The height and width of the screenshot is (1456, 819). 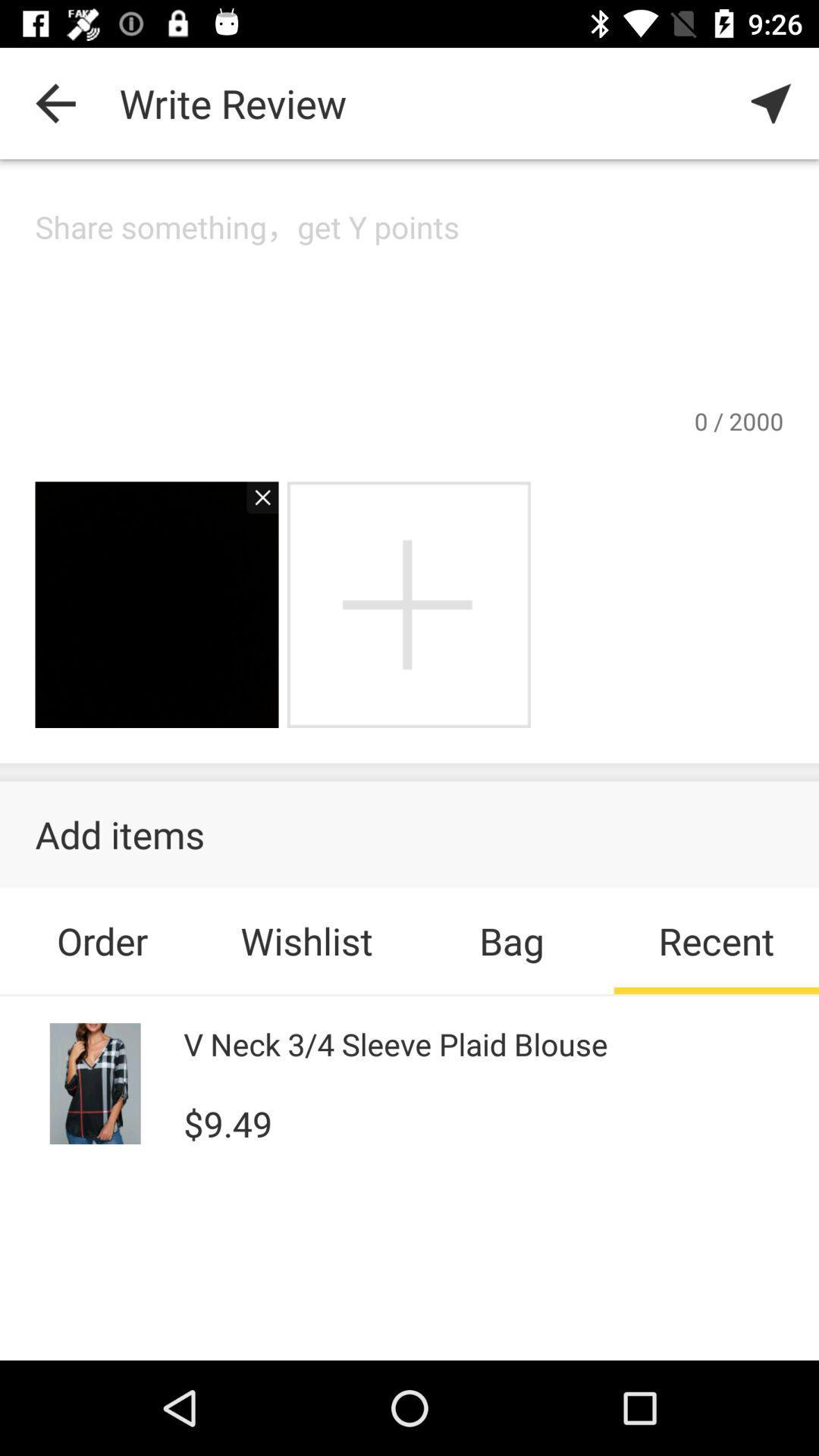 I want to click on item next to the v neck 3 icon, so click(x=96, y=1083).